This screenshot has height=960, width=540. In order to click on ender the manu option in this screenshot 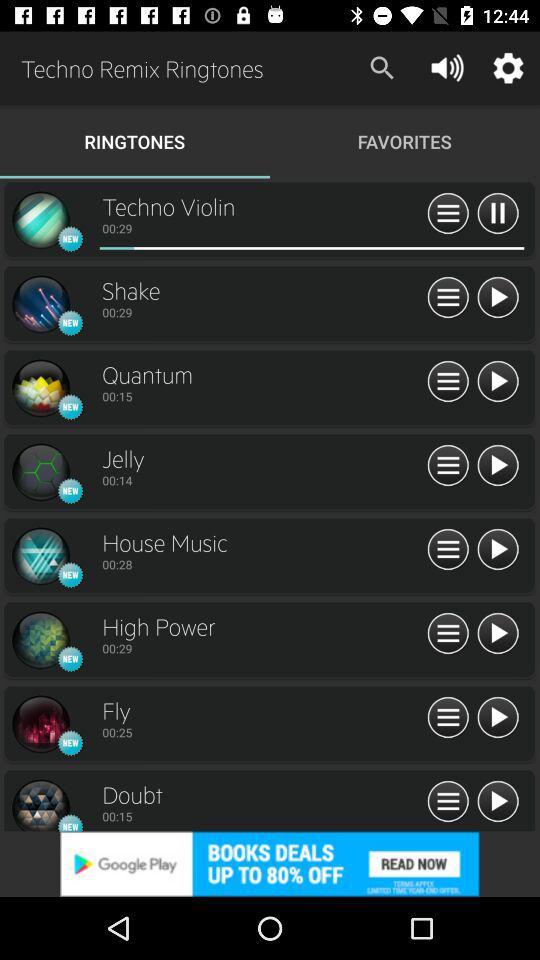, I will do `click(448, 633)`.